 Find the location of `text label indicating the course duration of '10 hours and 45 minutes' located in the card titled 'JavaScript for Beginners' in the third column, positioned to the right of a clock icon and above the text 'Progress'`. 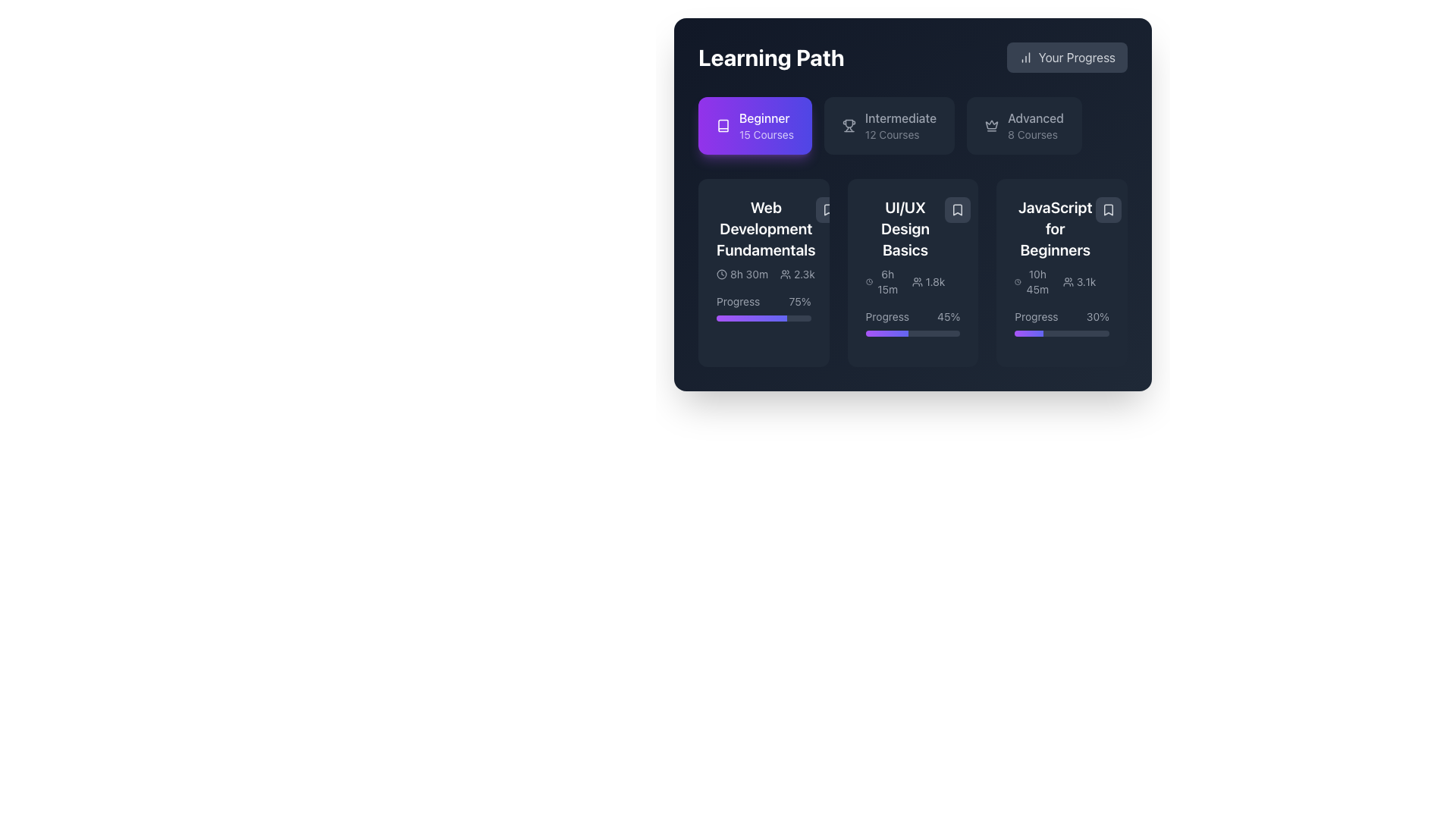

text label indicating the course duration of '10 hours and 45 minutes' located in the card titled 'JavaScript for Beginners' in the third column, positioned to the right of a clock icon and above the text 'Progress' is located at coordinates (1037, 281).